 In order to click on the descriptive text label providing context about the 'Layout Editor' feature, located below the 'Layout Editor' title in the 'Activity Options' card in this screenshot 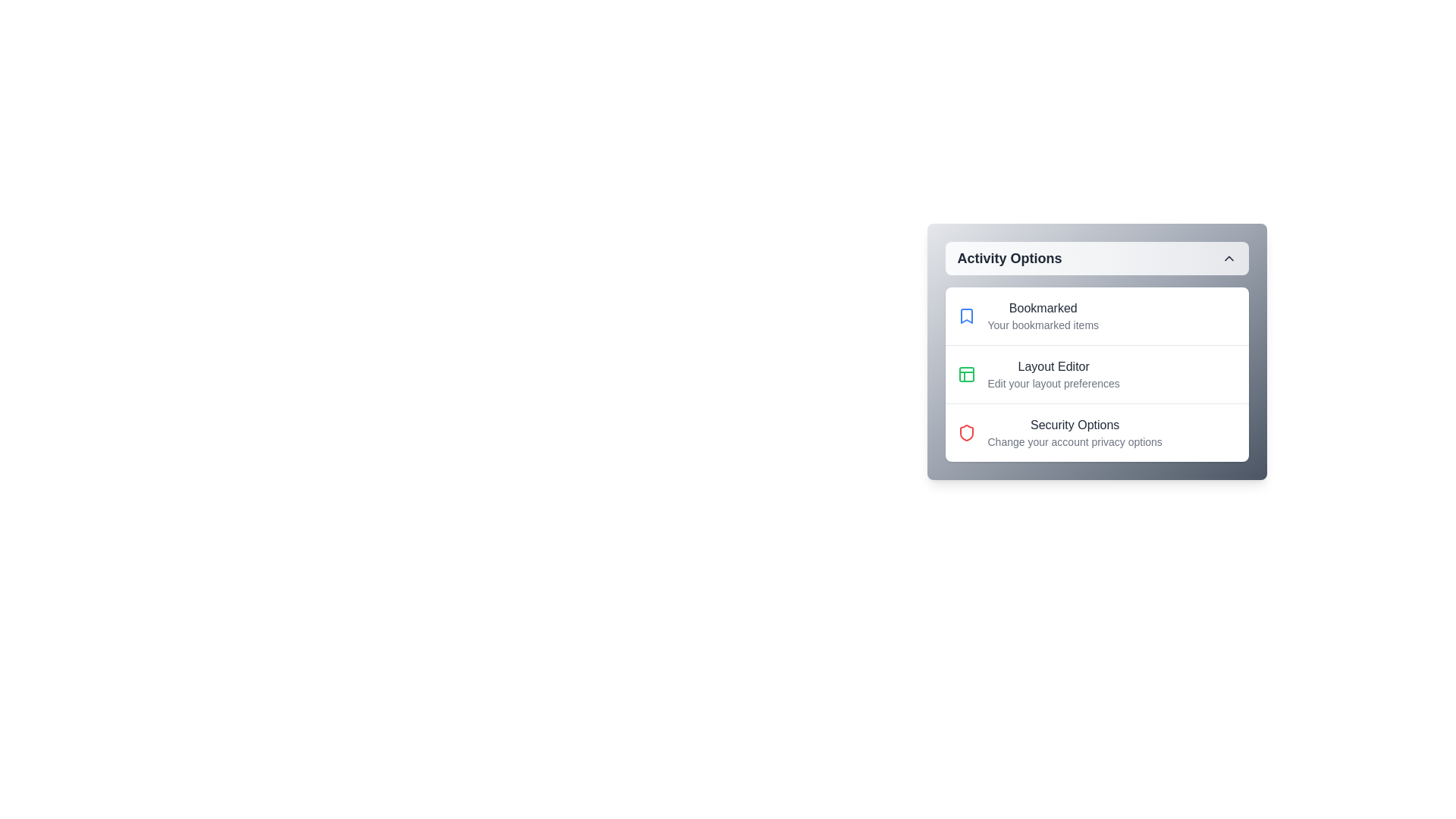, I will do `click(1053, 382)`.